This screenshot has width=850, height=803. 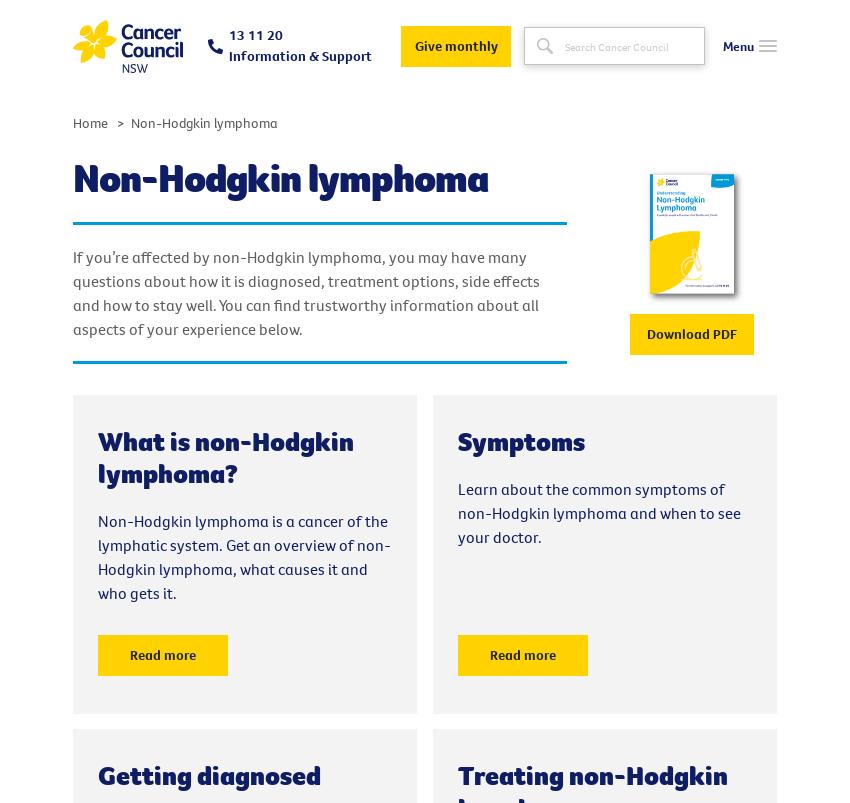 What do you see at coordinates (96, 316) in the screenshot?
I see `'Donate'` at bounding box center [96, 316].